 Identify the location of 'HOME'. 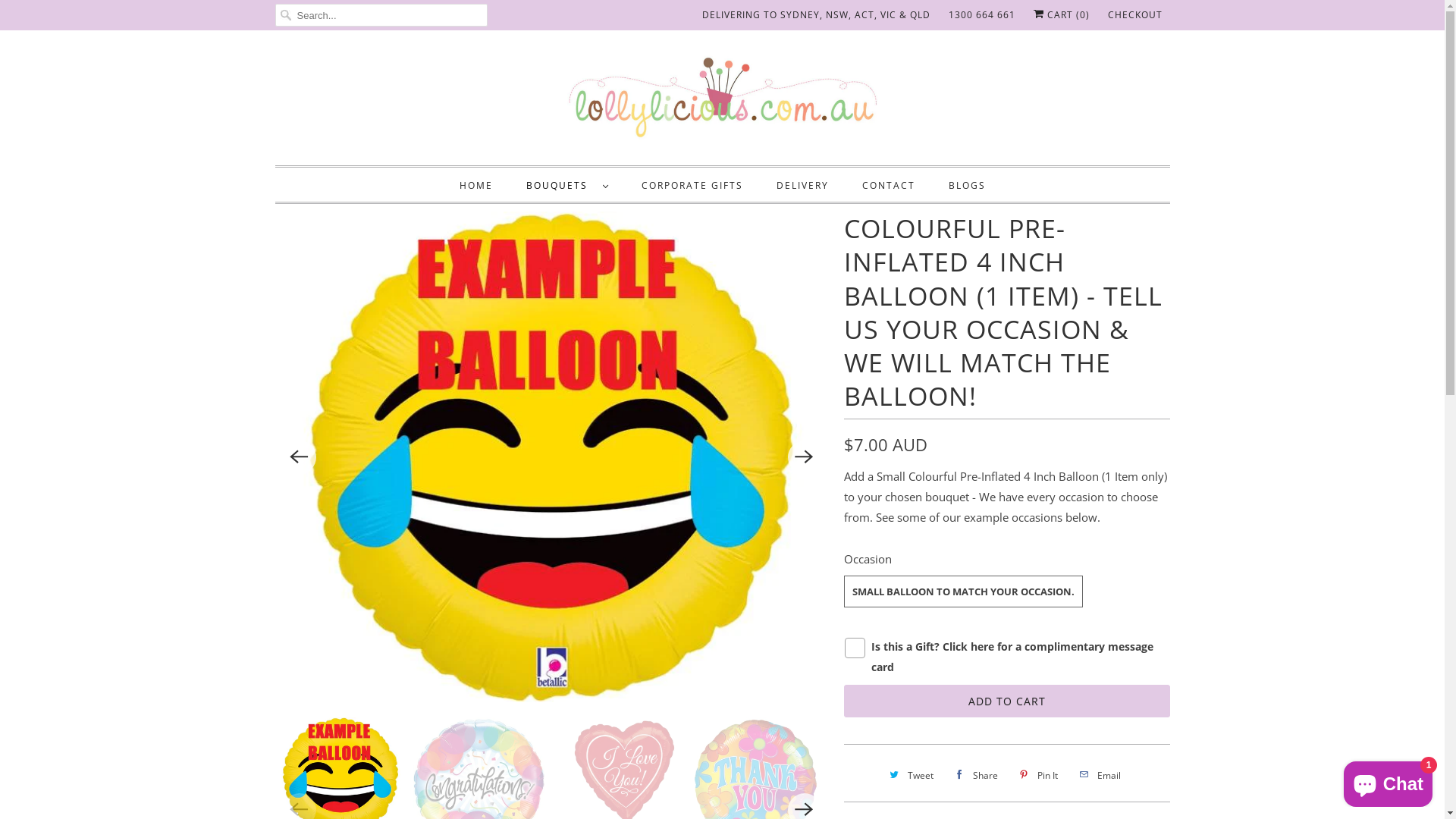
(458, 184).